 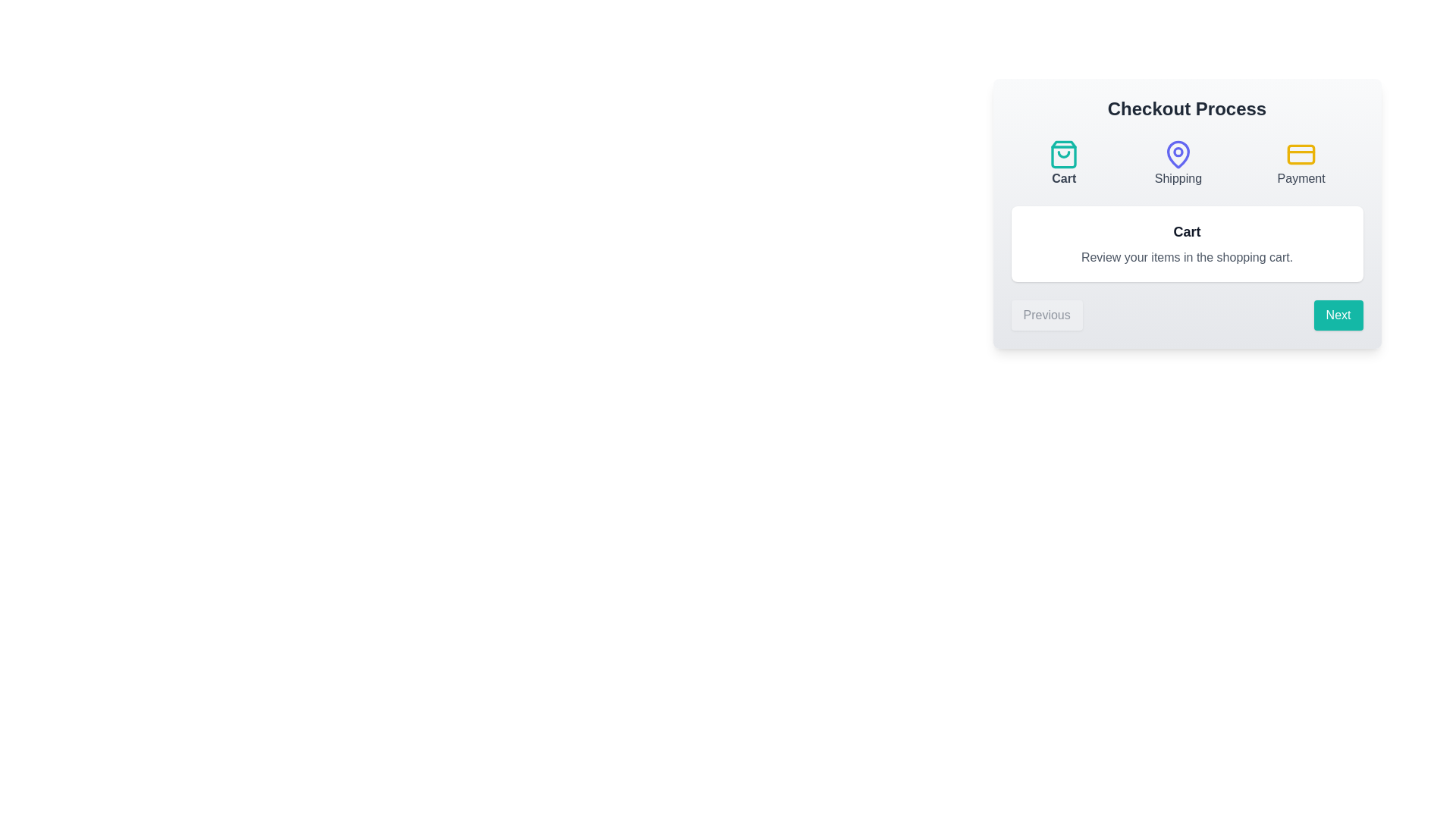 I want to click on the step icon for Shipping to inspect its color and style, so click(x=1177, y=164).